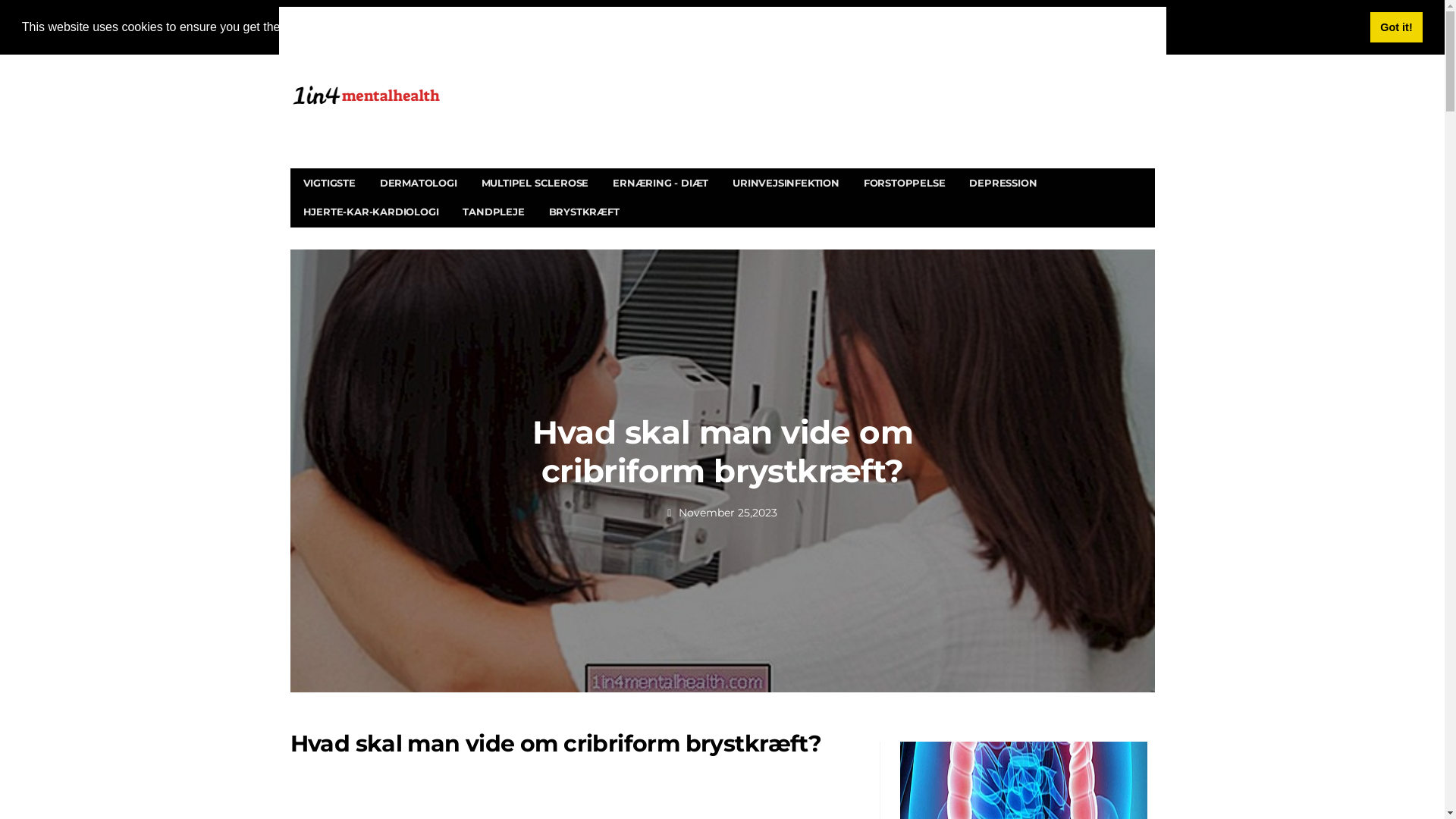 This screenshot has width=1456, height=819. What do you see at coordinates (1370, 27) in the screenshot?
I see `'Got it!'` at bounding box center [1370, 27].